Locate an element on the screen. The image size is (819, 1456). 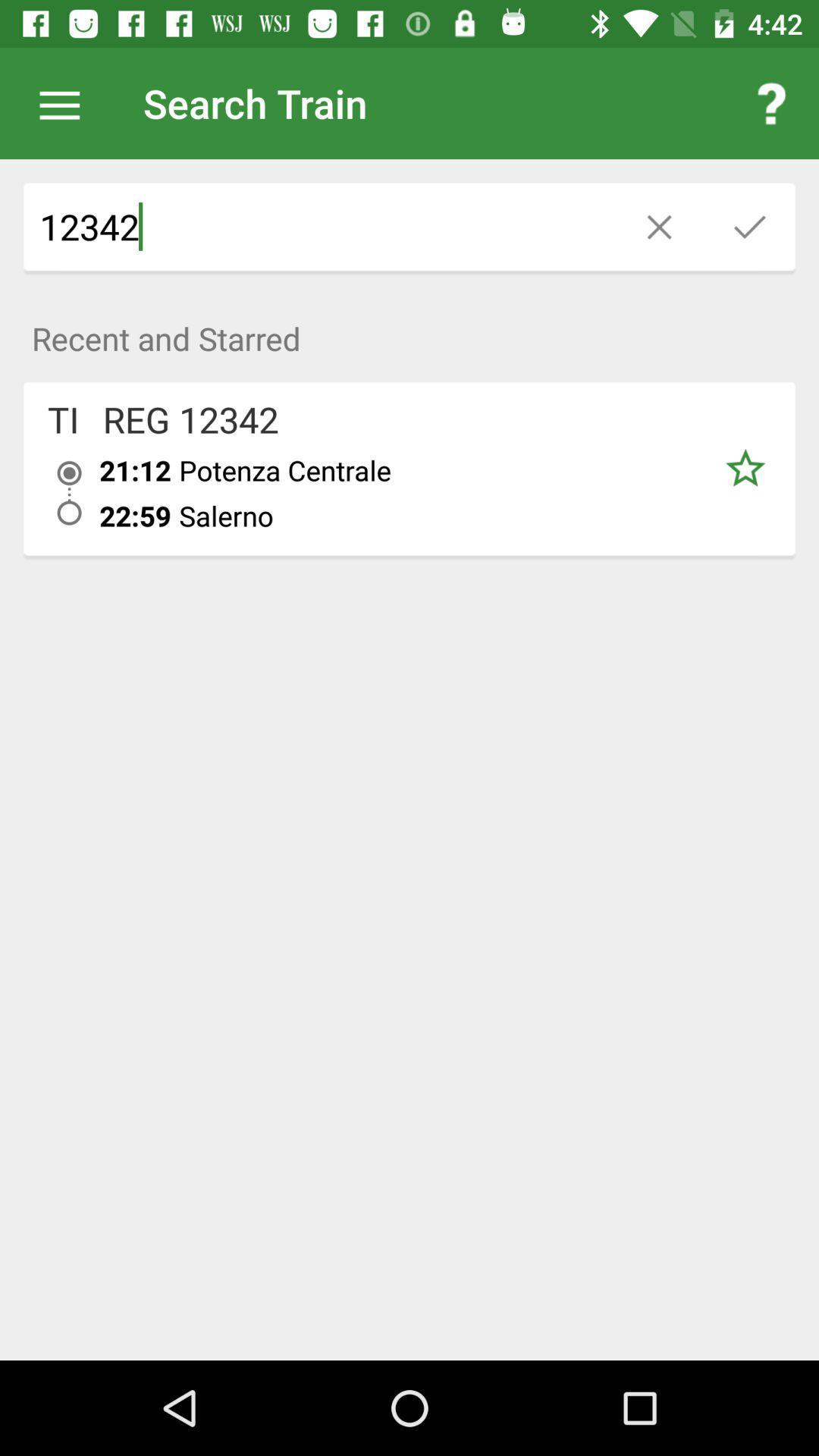
item next to the 21:12 icon is located at coordinates (69, 493).